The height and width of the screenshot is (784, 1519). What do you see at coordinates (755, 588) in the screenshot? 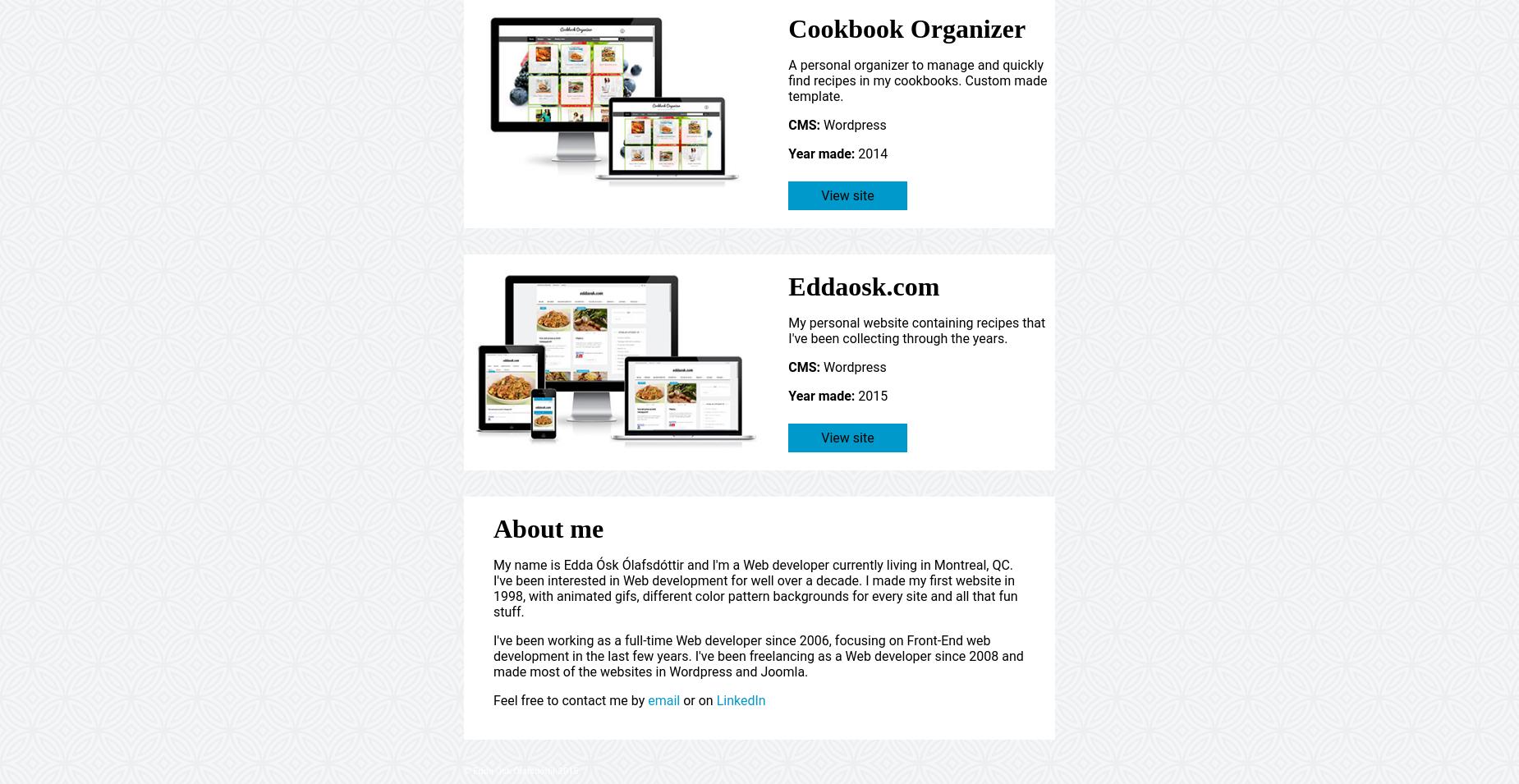
I see `'My name is Edda Ósk Ólafsdóttir and I'm a Web developer currently living in Montreal, QC. I've been interested in Web development for well over a decade.
                I made my first website in 1998, with animated gifs, different color pattern backgrounds for every site and all that fun stuff.'` at bounding box center [755, 588].